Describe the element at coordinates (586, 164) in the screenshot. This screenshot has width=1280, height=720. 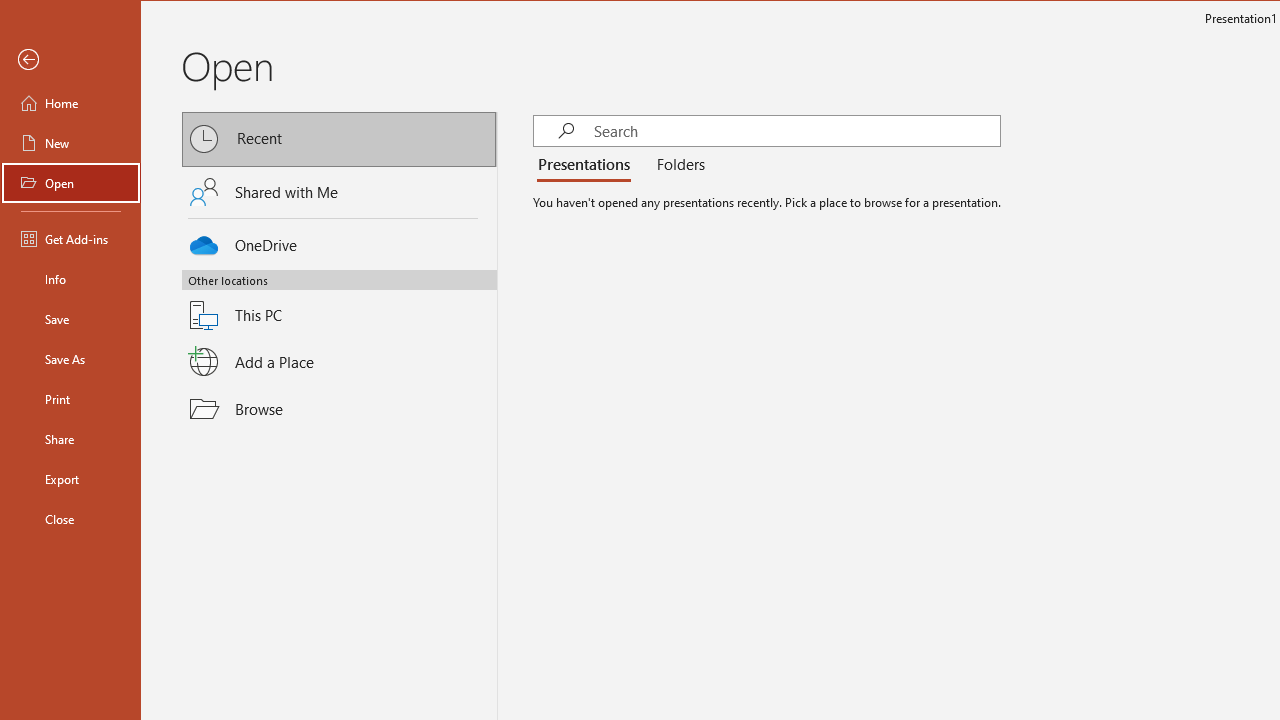
I see `'Presentations'` at that location.